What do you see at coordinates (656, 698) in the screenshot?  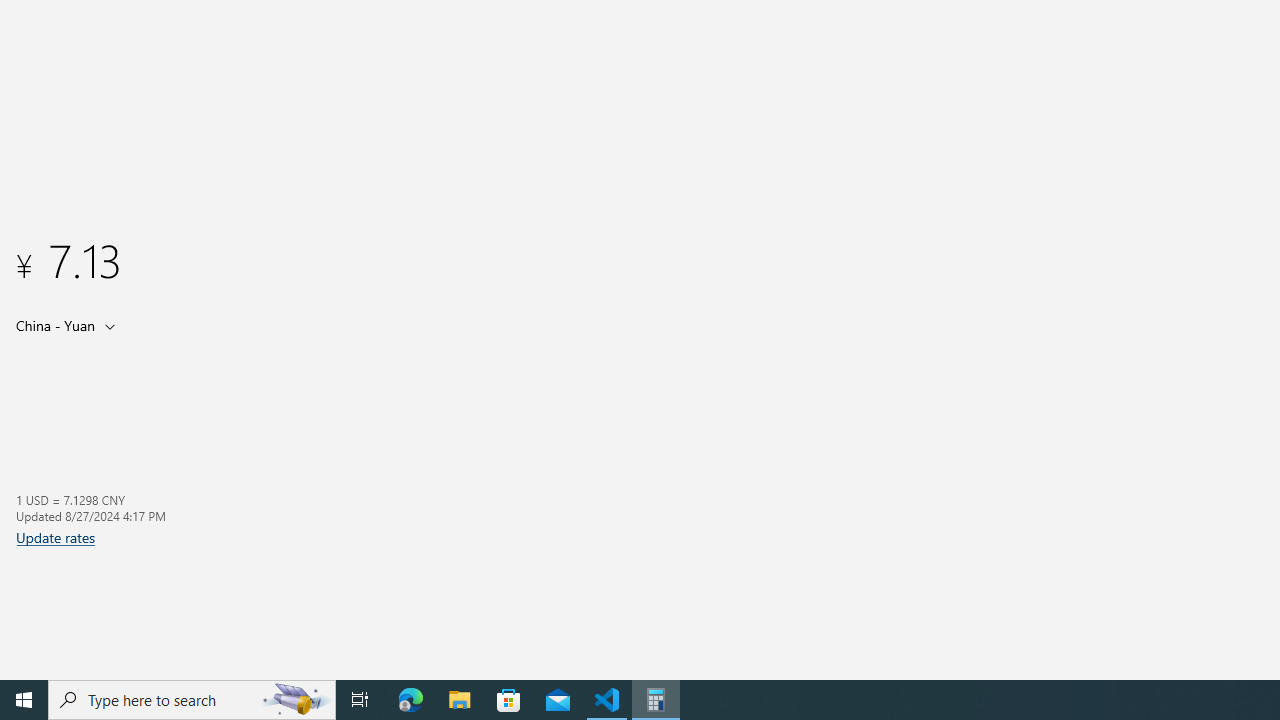 I see `'Calculator - 1 running window'` at bounding box center [656, 698].